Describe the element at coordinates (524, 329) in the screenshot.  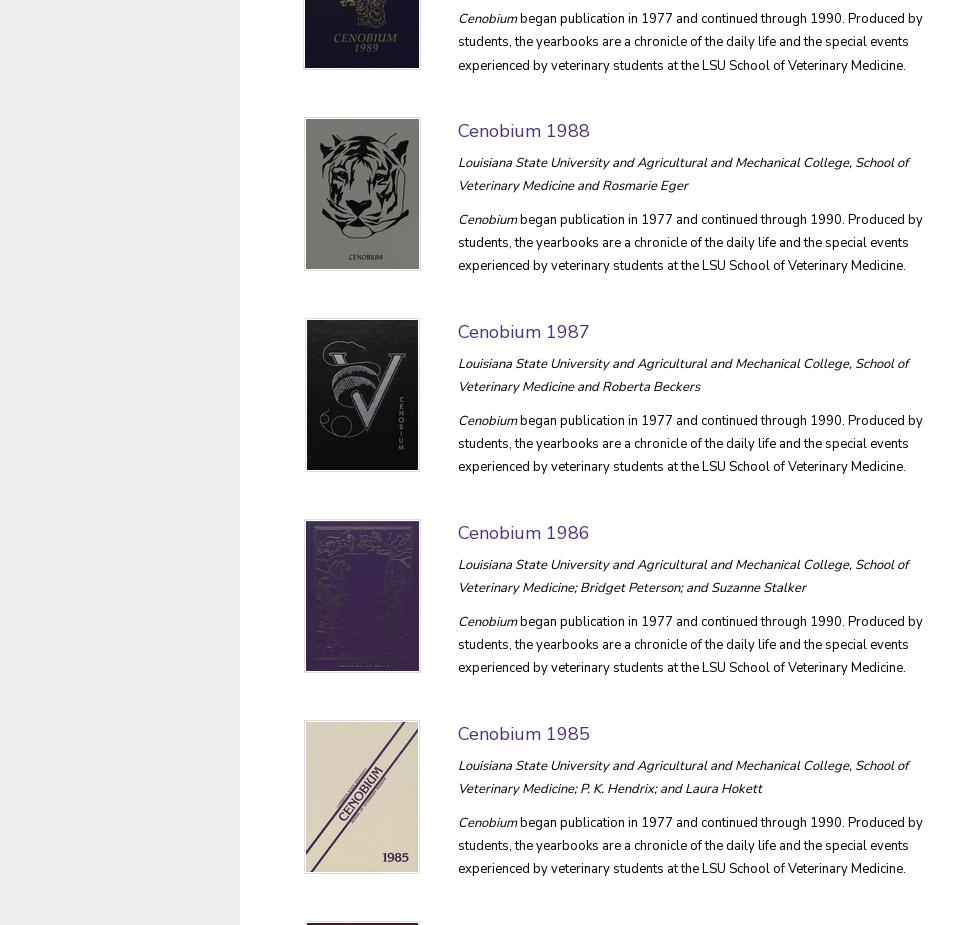
I see `'Cenobium 1987'` at that location.